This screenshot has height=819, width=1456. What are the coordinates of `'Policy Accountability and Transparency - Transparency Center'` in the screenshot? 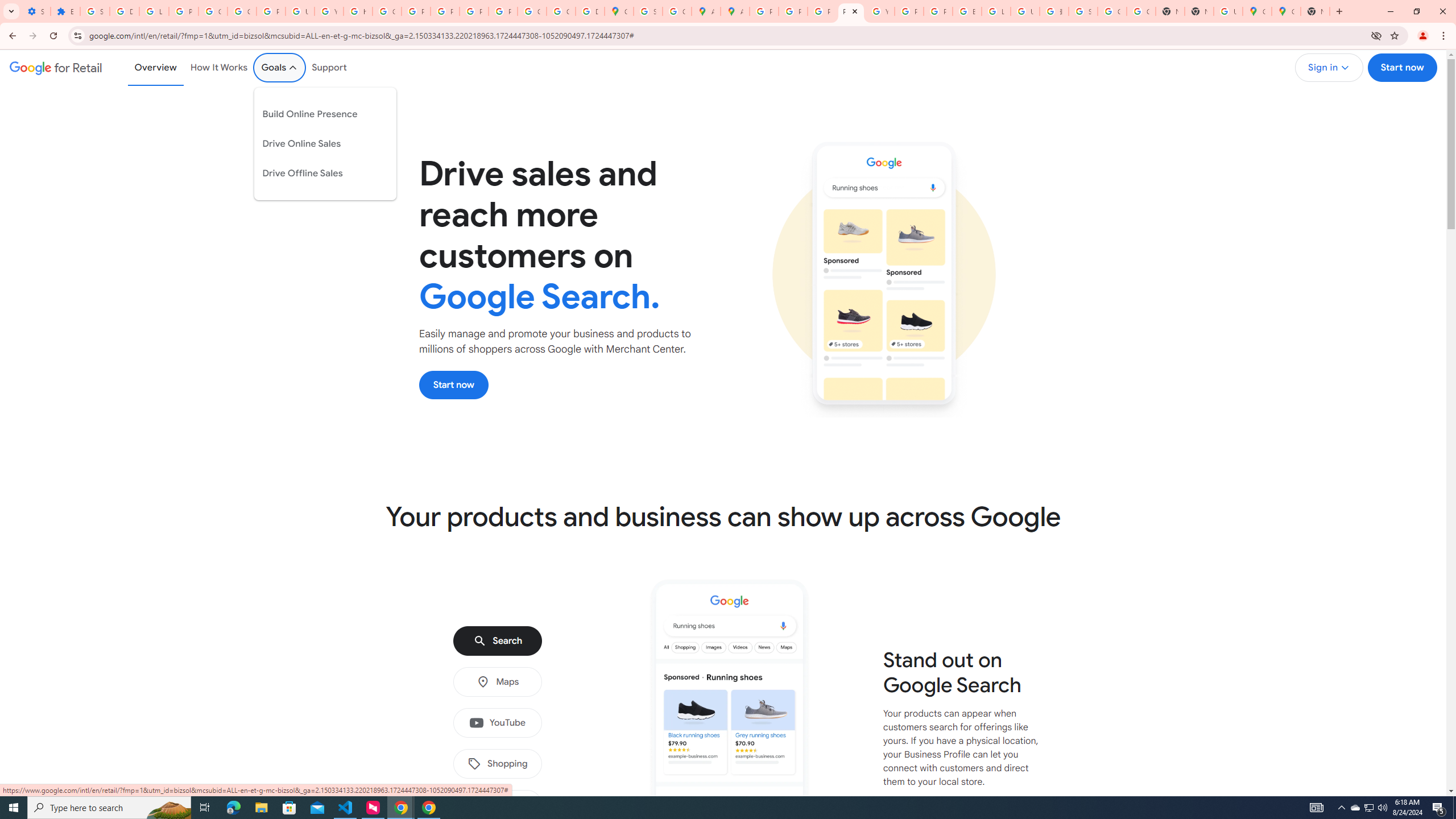 It's located at (763, 11).